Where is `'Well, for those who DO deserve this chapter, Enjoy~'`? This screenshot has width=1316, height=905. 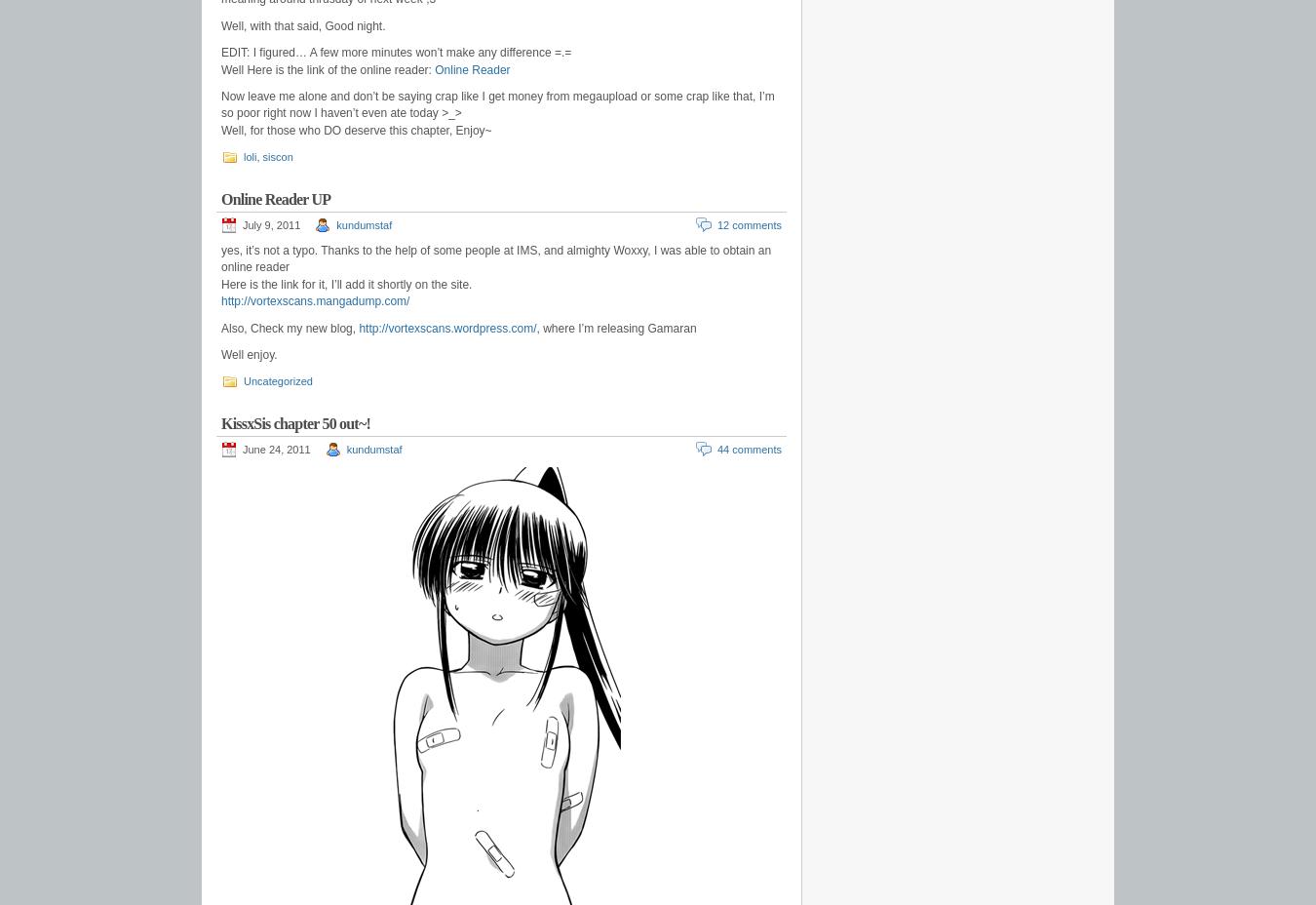 'Well, for those who DO deserve this chapter, Enjoy~' is located at coordinates (356, 129).